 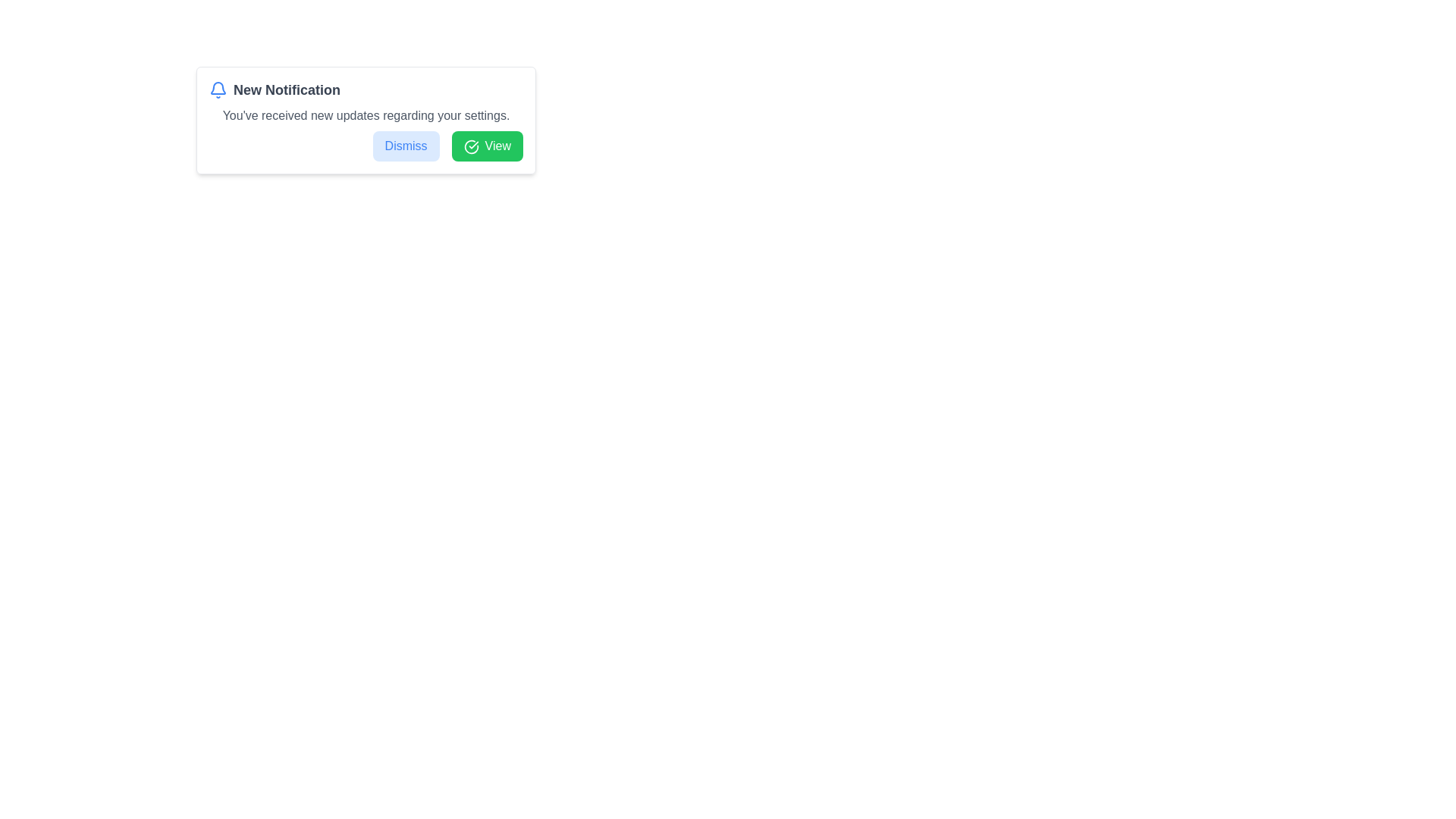 I want to click on the dismiss notification button located to the left of the green 'View' button to visually change its appearance, so click(x=406, y=146).